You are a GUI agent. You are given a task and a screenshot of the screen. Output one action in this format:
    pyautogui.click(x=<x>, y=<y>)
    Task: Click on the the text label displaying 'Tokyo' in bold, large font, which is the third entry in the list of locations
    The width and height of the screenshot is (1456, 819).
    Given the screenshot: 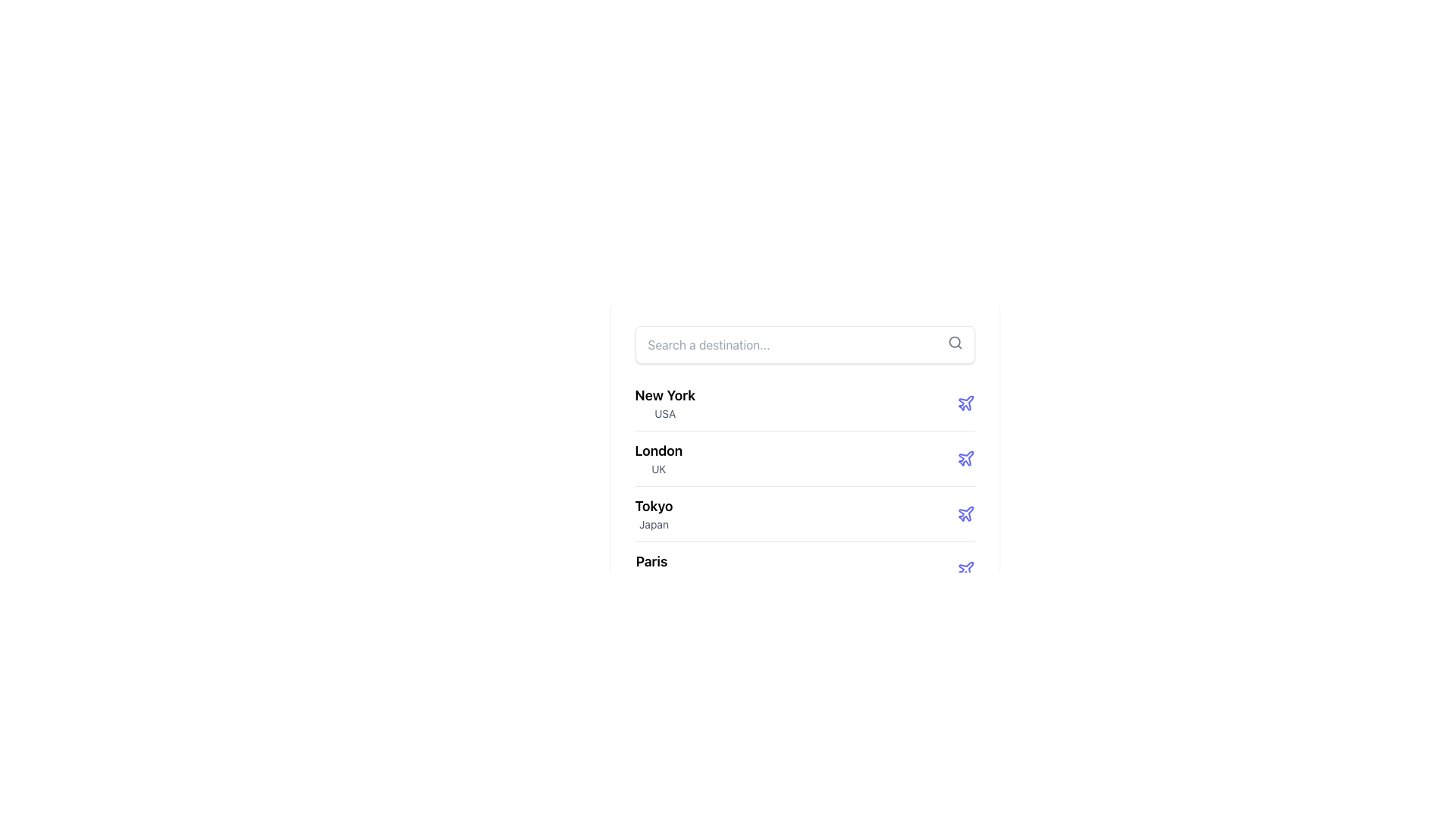 What is the action you would take?
    pyautogui.click(x=654, y=506)
    